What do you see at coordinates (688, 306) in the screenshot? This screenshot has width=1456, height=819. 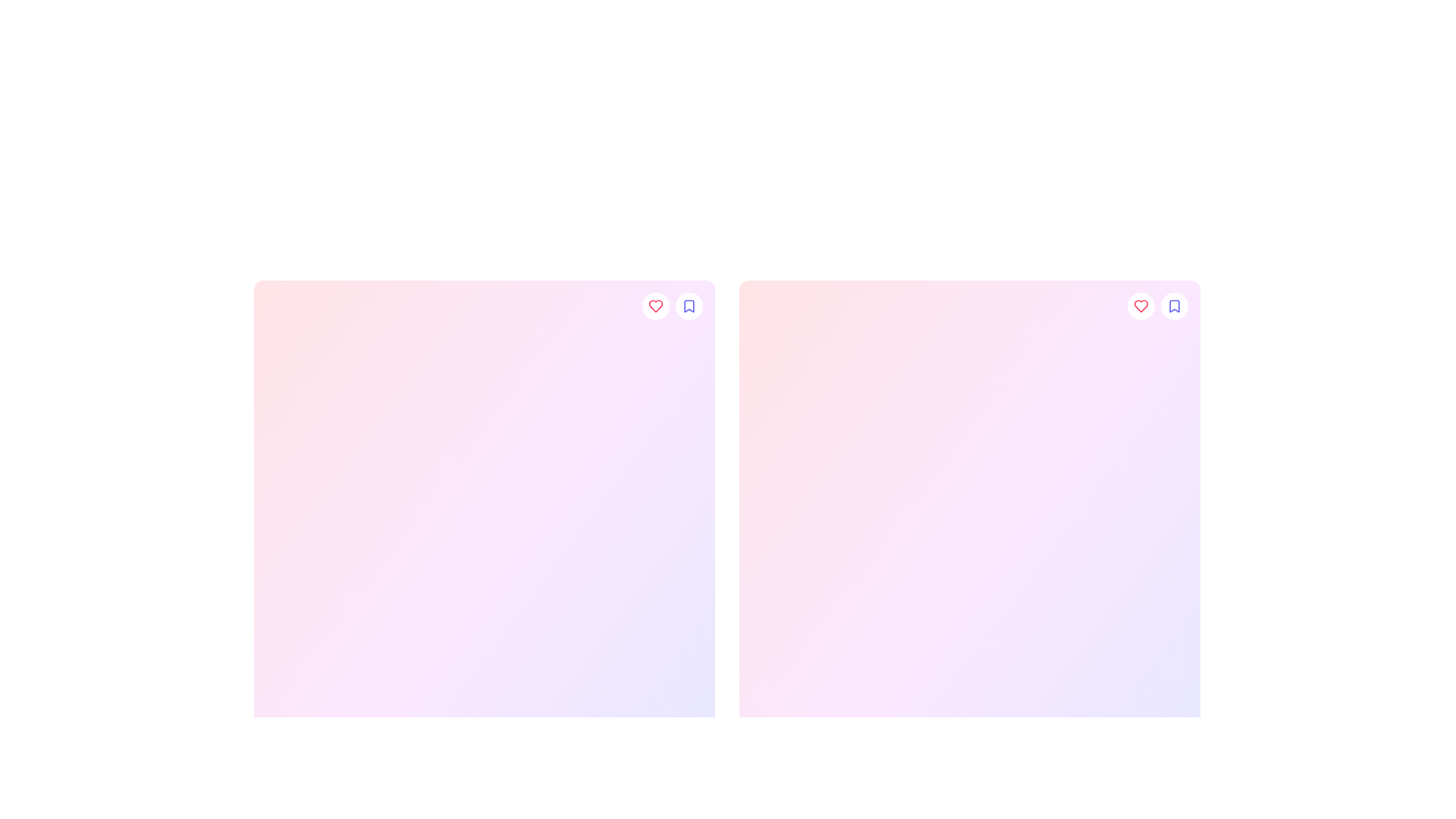 I see `the bookmark button, which is a white round button with a blue bookmark icon in the top-right corner, following a heart-shaped icon` at bounding box center [688, 306].